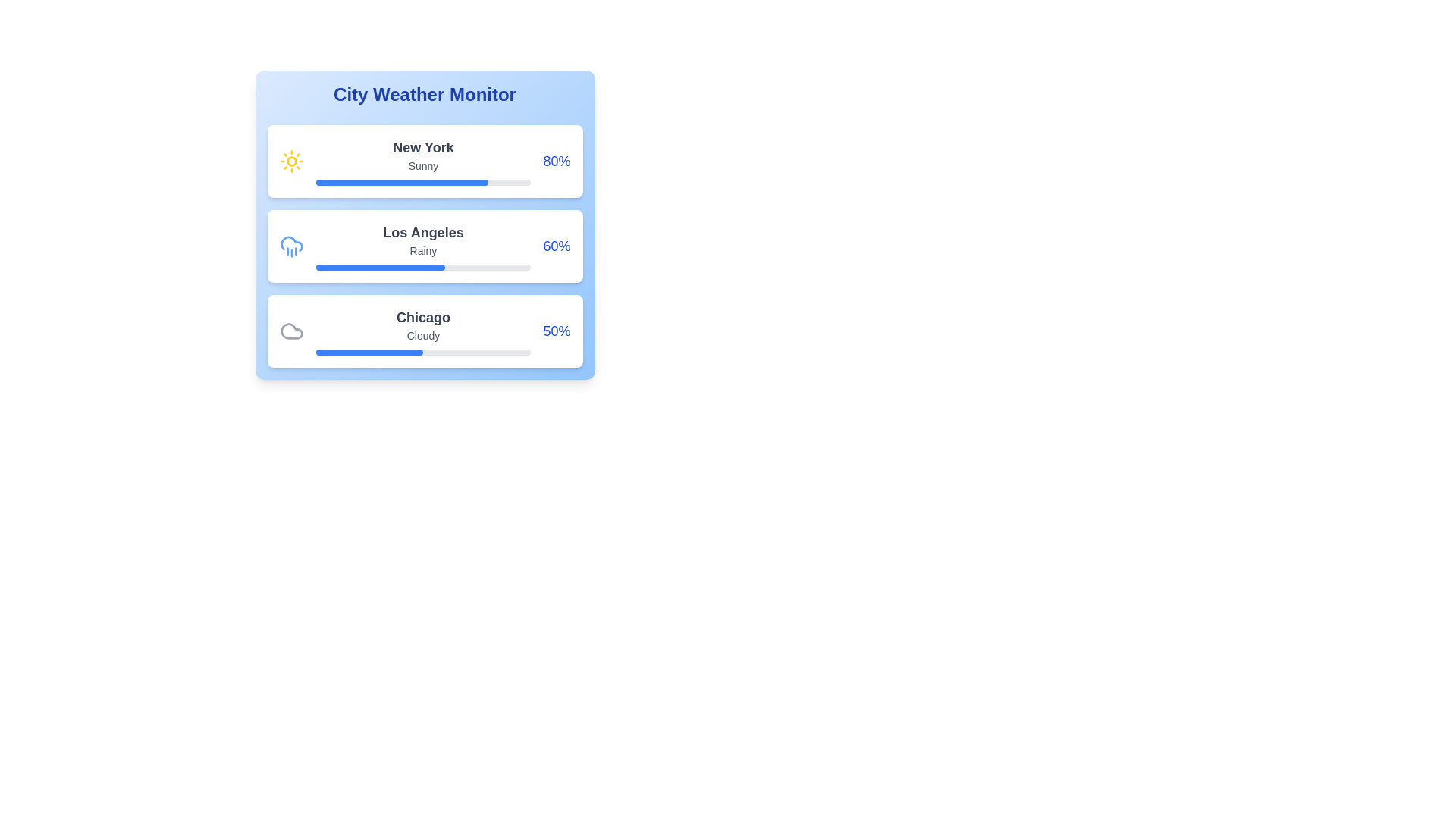 The image size is (1456, 819). Describe the element at coordinates (423, 233) in the screenshot. I see `text displayed in the bold label saying 'Los Angeles', which is part of the weather information card for the city` at that location.